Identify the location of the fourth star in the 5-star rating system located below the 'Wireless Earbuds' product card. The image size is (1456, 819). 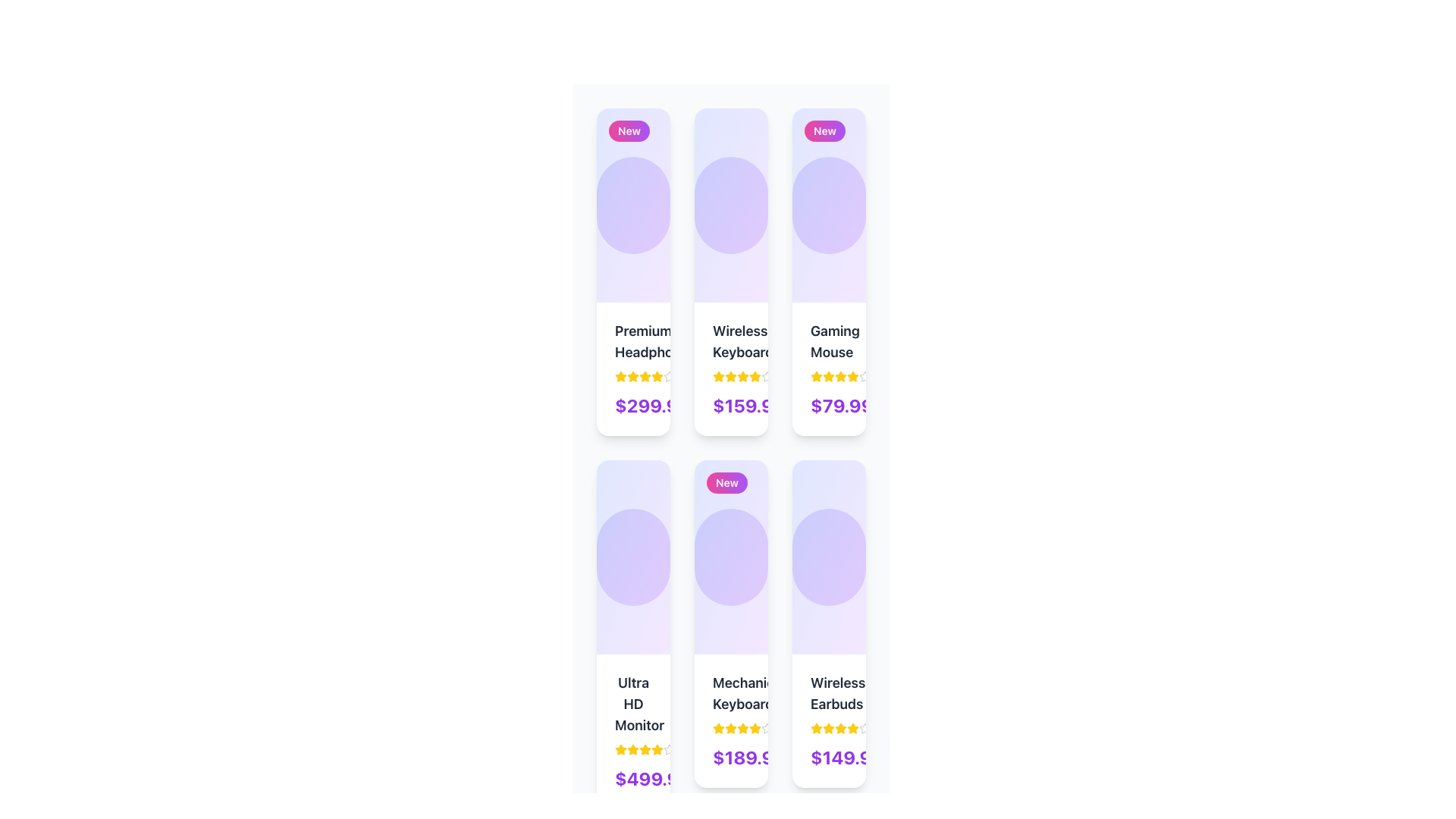
(839, 727).